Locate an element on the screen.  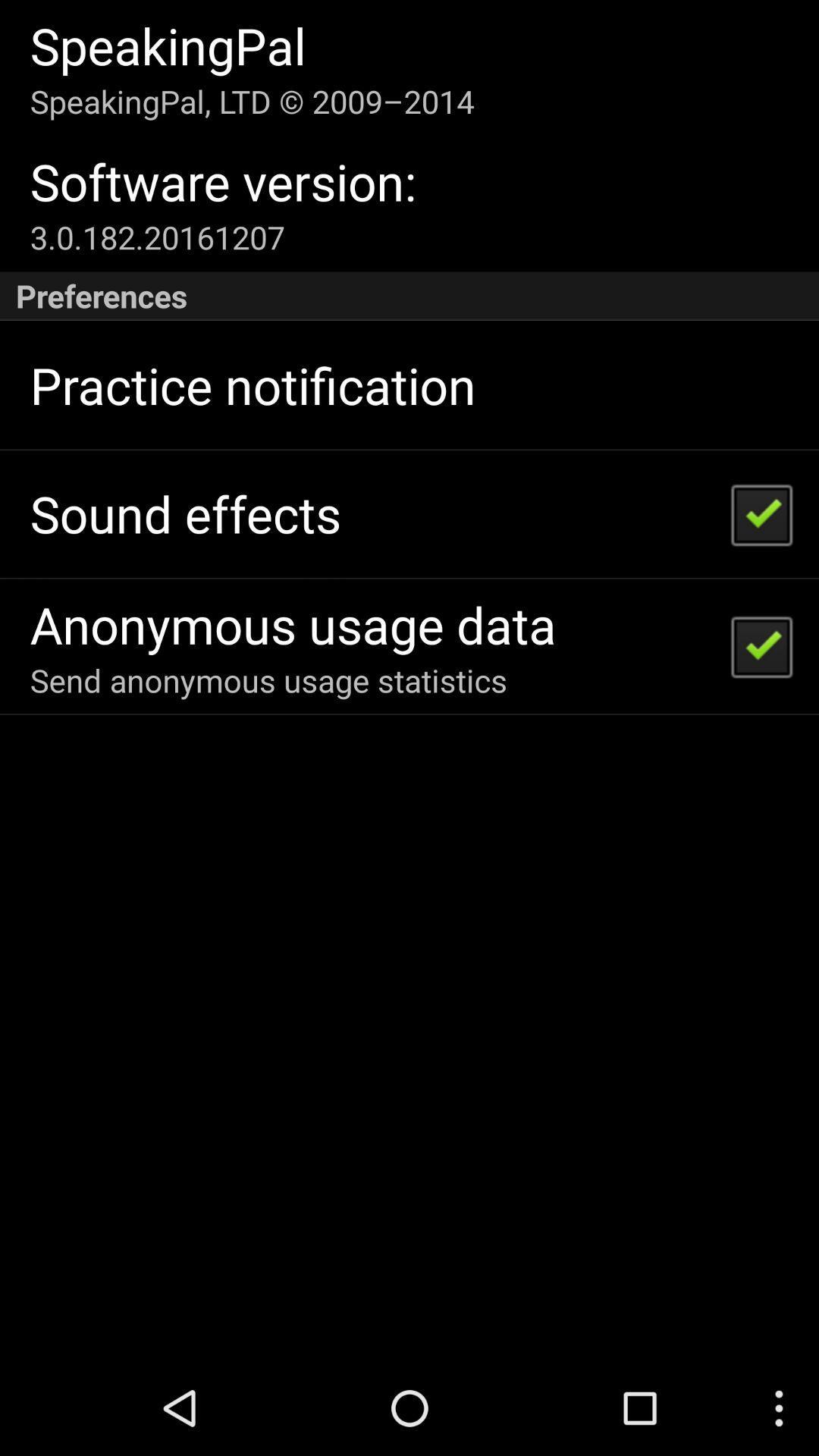
software version: is located at coordinates (223, 181).